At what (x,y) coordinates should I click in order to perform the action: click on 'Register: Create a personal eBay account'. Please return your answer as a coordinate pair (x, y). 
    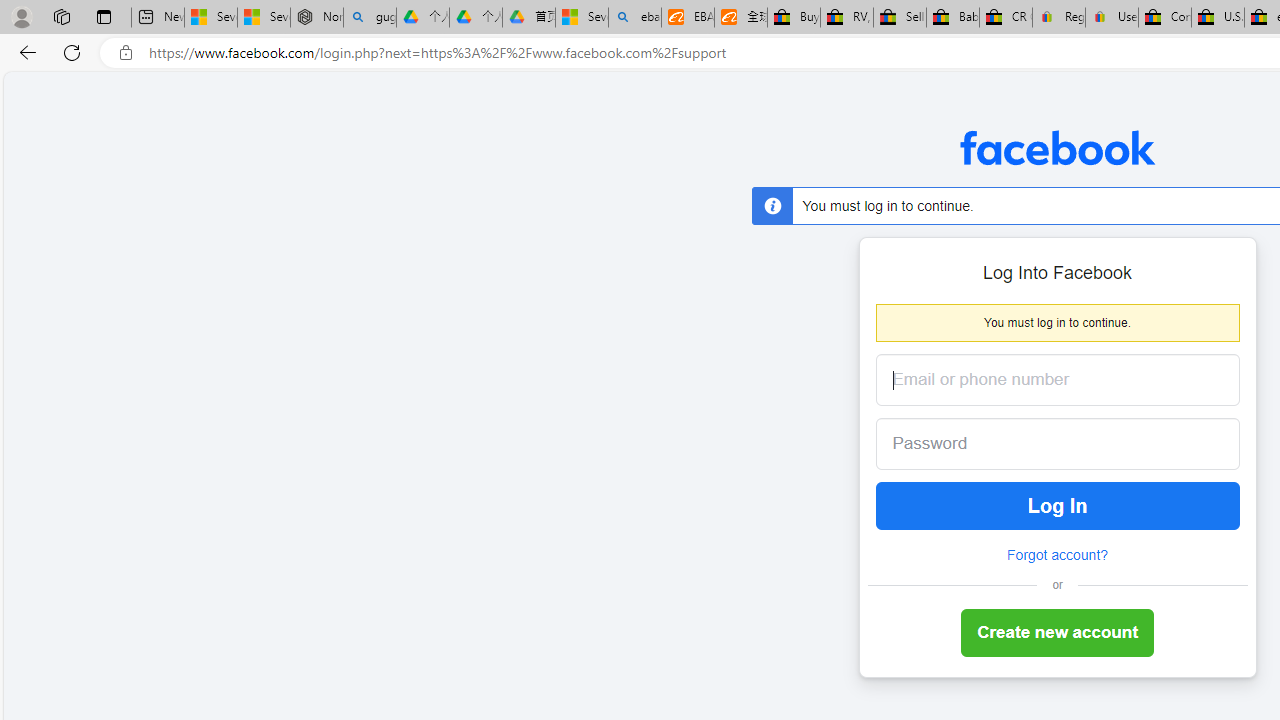
    Looking at the image, I should click on (1058, 17).